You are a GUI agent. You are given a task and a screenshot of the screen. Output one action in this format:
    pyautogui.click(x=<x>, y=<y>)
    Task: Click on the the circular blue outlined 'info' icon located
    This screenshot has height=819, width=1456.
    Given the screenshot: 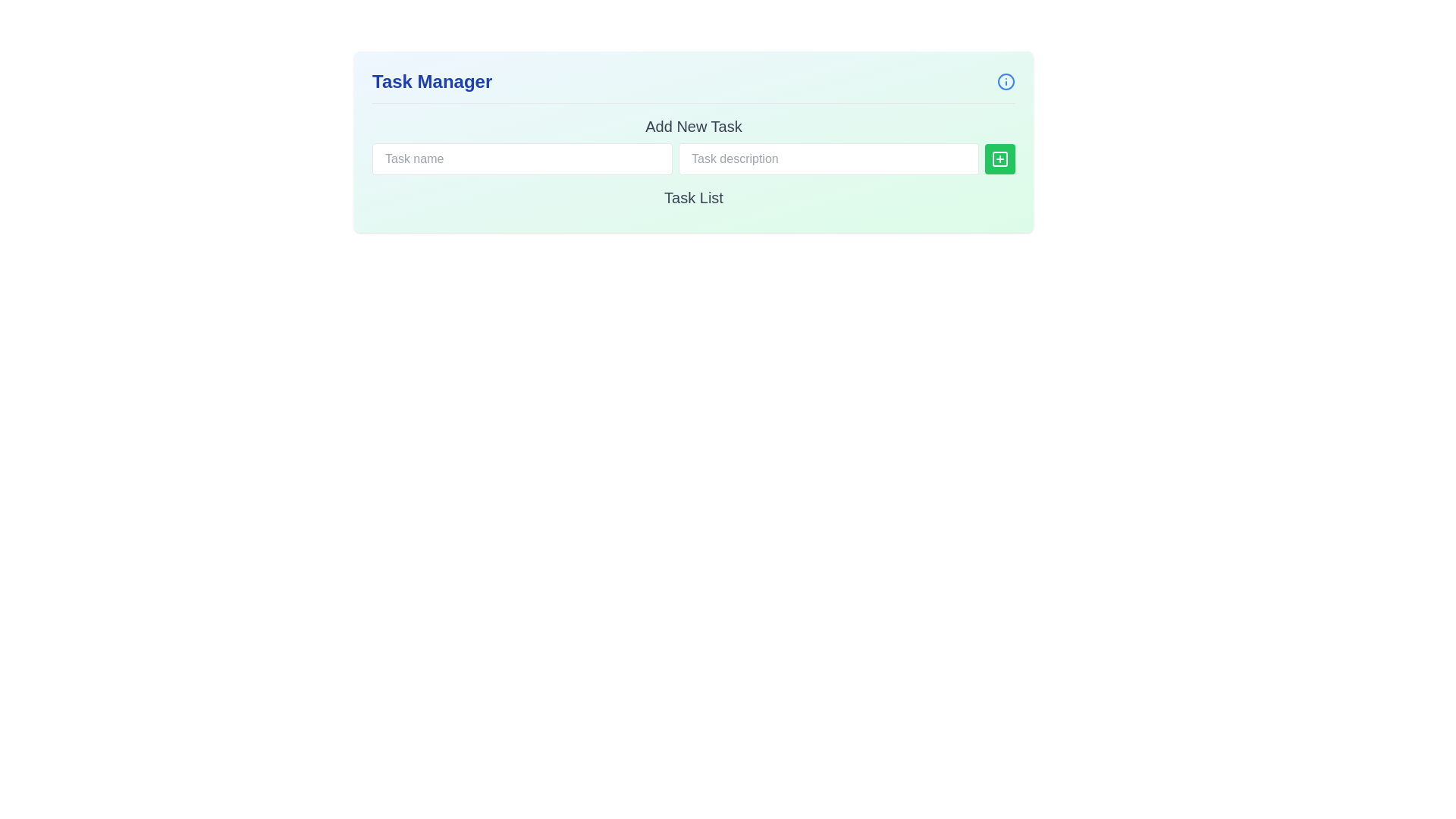 What is the action you would take?
    pyautogui.click(x=1006, y=82)
    